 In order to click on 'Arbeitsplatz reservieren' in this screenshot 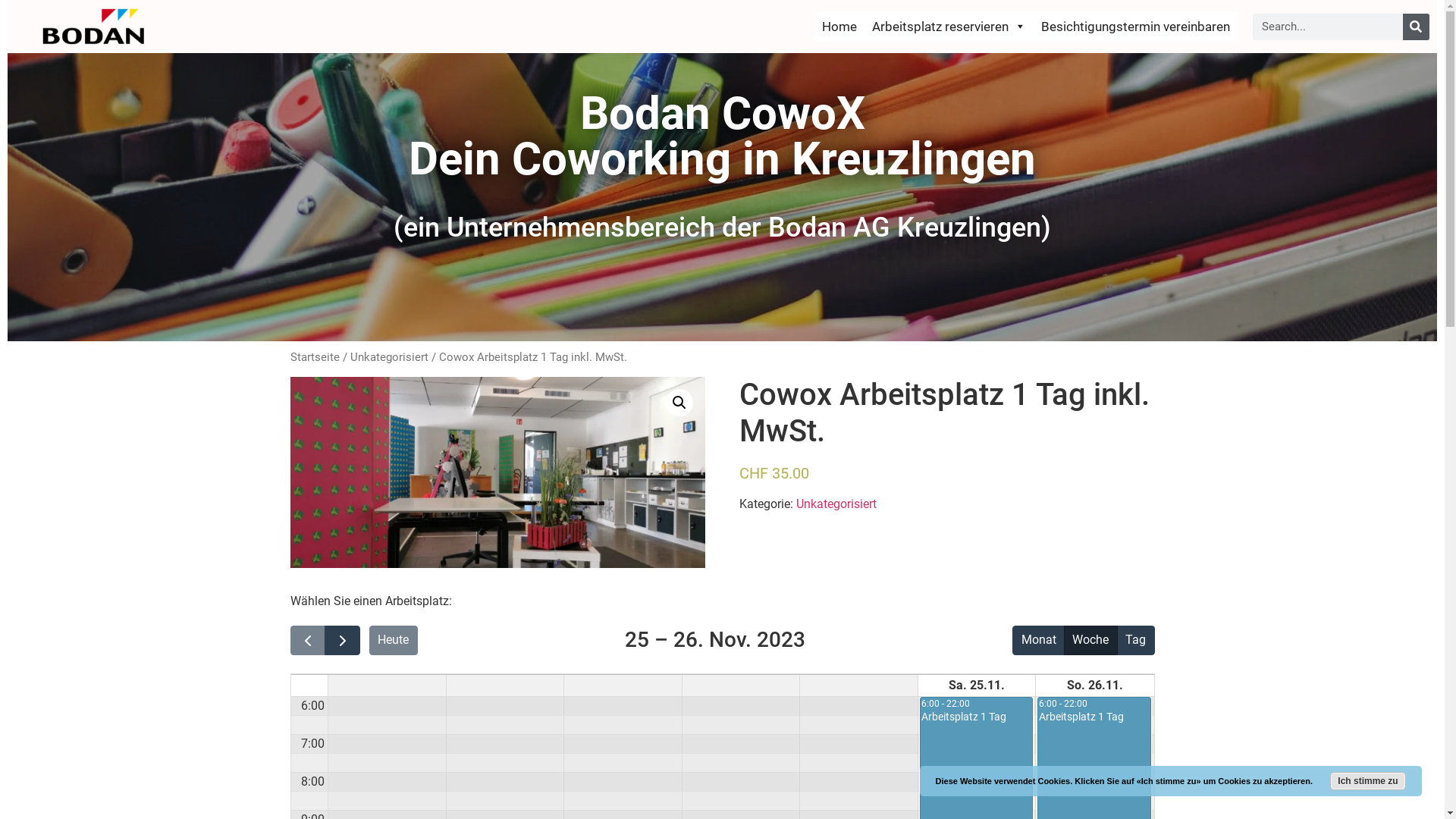, I will do `click(948, 26)`.